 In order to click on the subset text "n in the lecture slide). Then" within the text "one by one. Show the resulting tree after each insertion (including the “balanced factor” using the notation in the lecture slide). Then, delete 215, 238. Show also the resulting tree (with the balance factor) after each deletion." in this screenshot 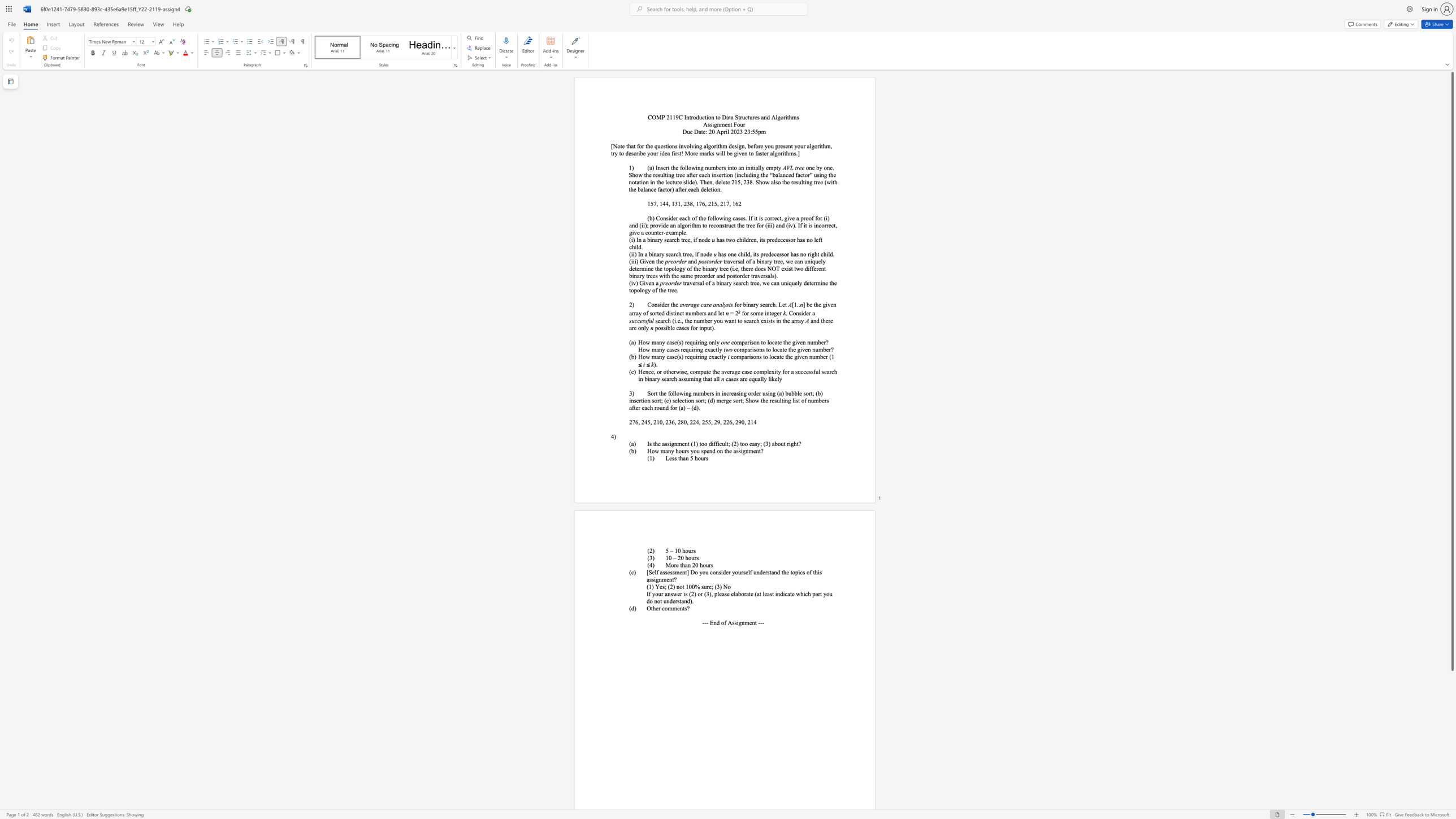, I will do `click(645, 181)`.